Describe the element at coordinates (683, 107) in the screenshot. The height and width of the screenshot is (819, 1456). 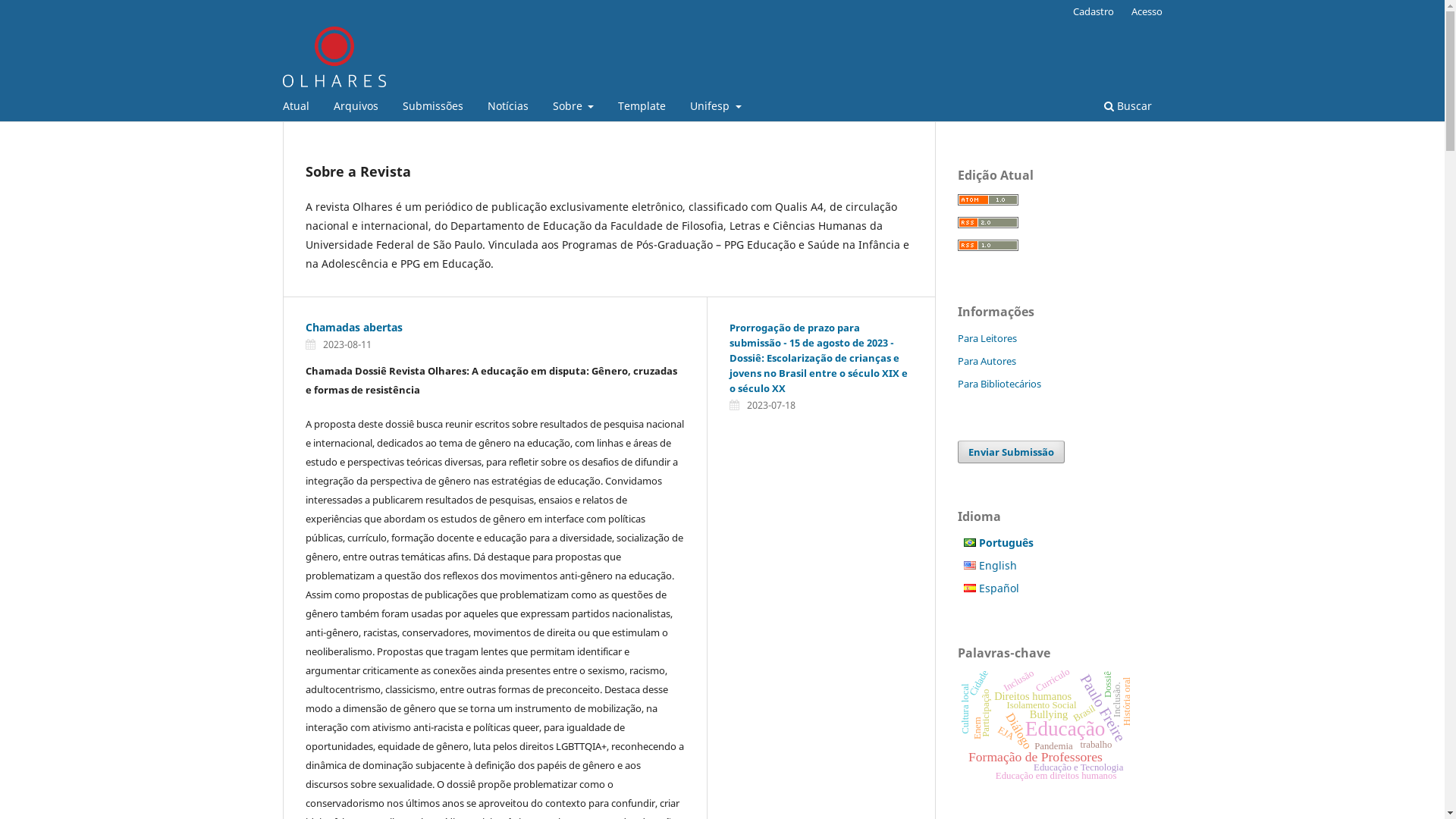
I see `'Unifesp'` at that location.